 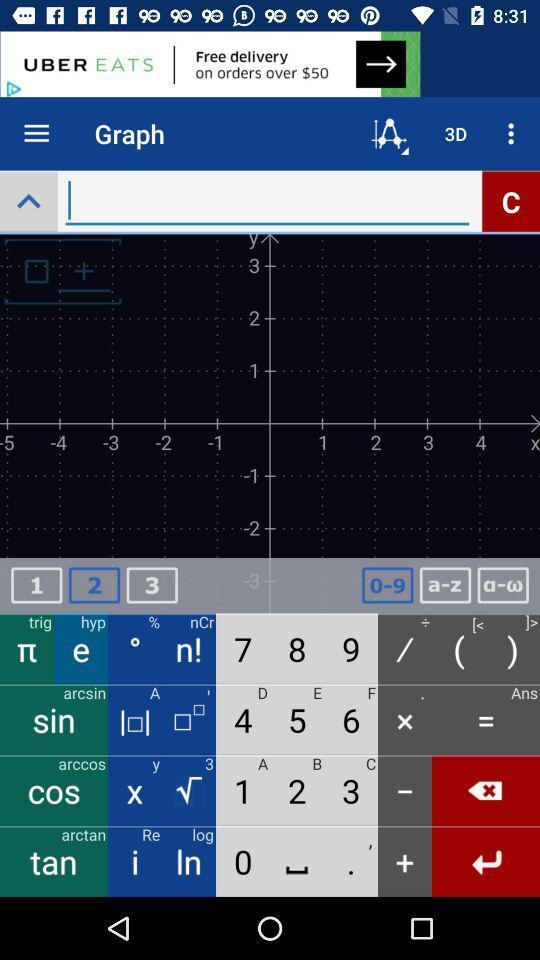 What do you see at coordinates (27, 201) in the screenshot?
I see `up arrow` at bounding box center [27, 201].